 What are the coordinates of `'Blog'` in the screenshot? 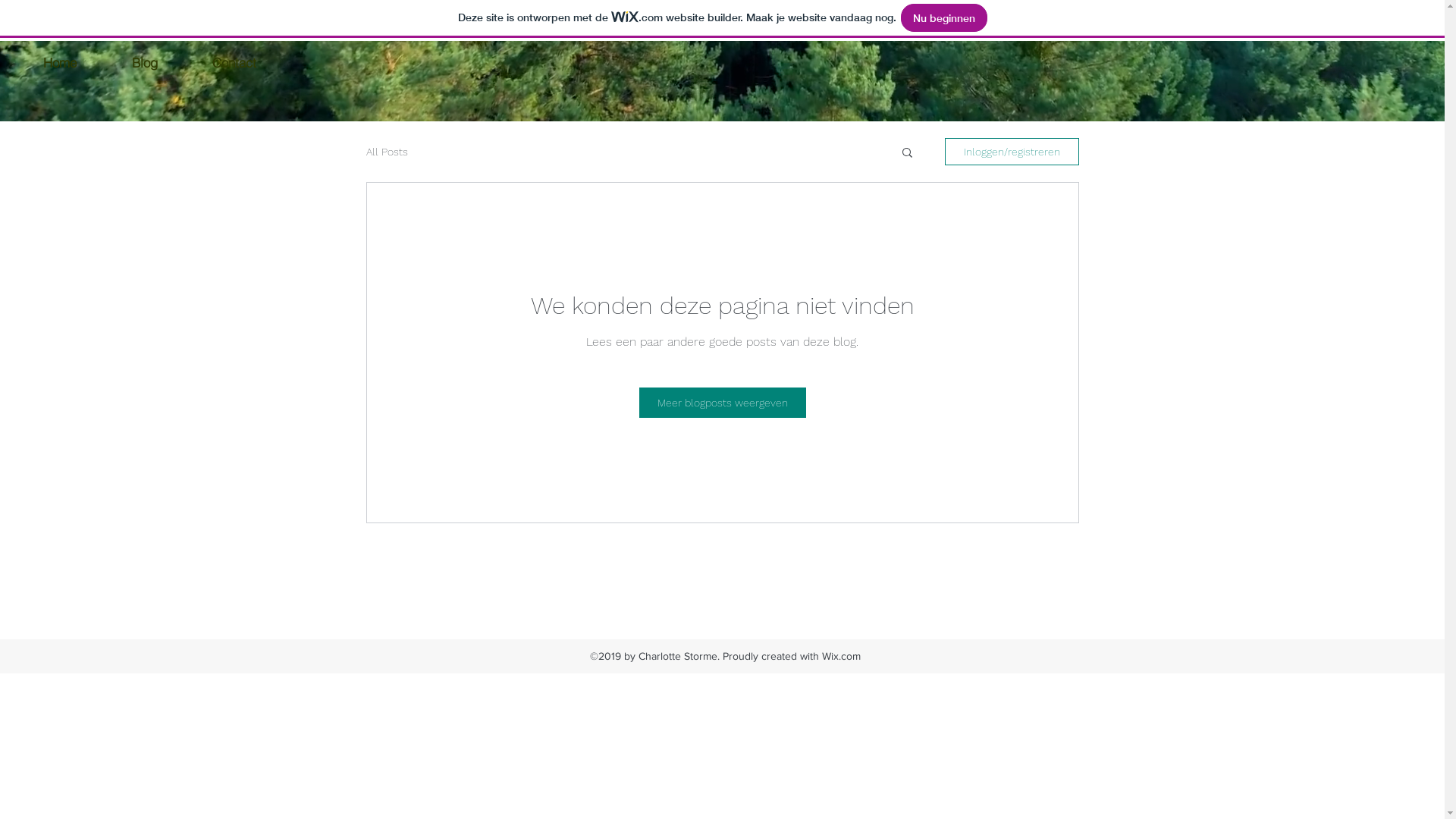 It's located at (144, 61).